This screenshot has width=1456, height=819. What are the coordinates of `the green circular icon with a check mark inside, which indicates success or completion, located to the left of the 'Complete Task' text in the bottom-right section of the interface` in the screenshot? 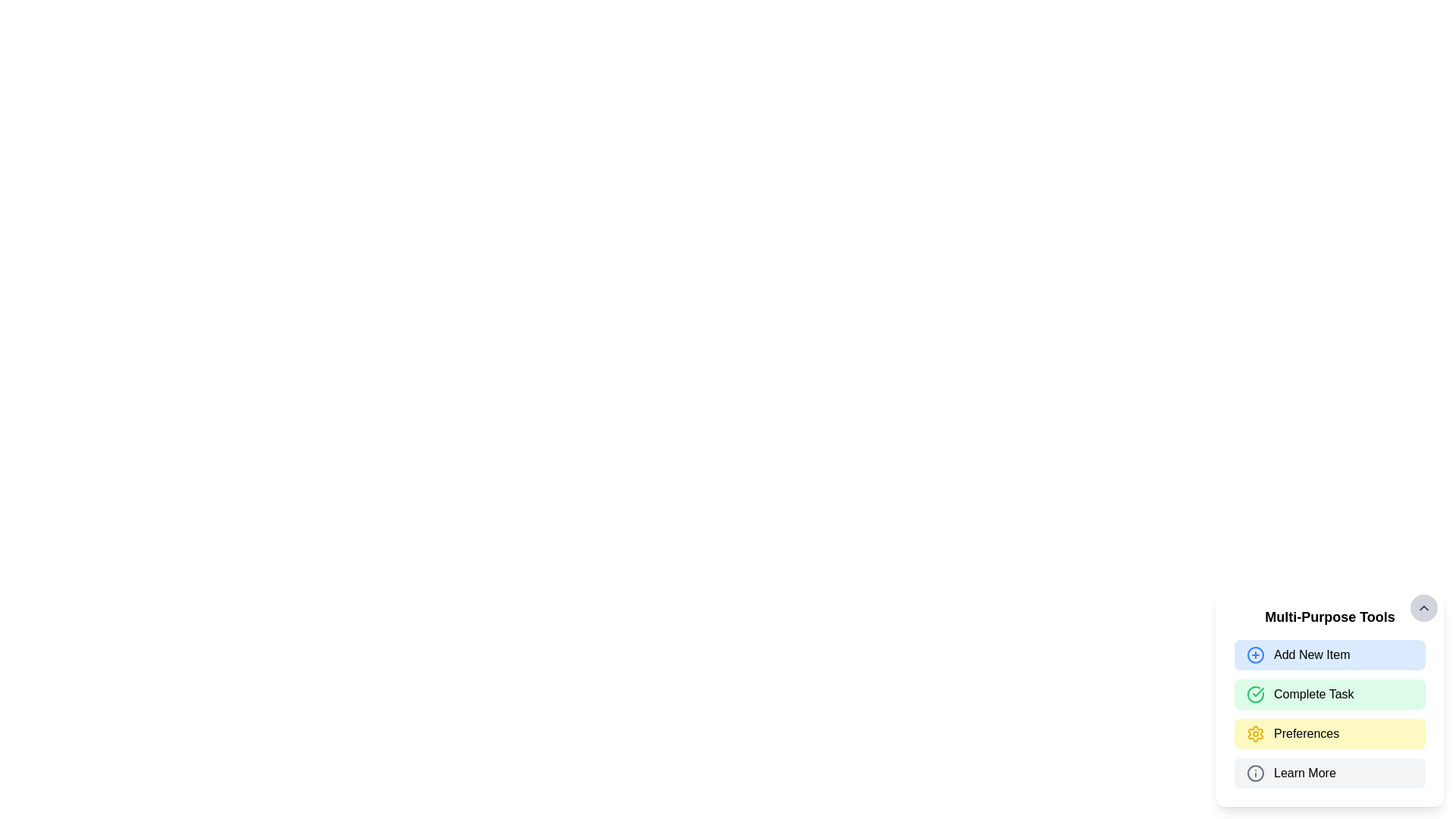 It's located at (1256, 694).